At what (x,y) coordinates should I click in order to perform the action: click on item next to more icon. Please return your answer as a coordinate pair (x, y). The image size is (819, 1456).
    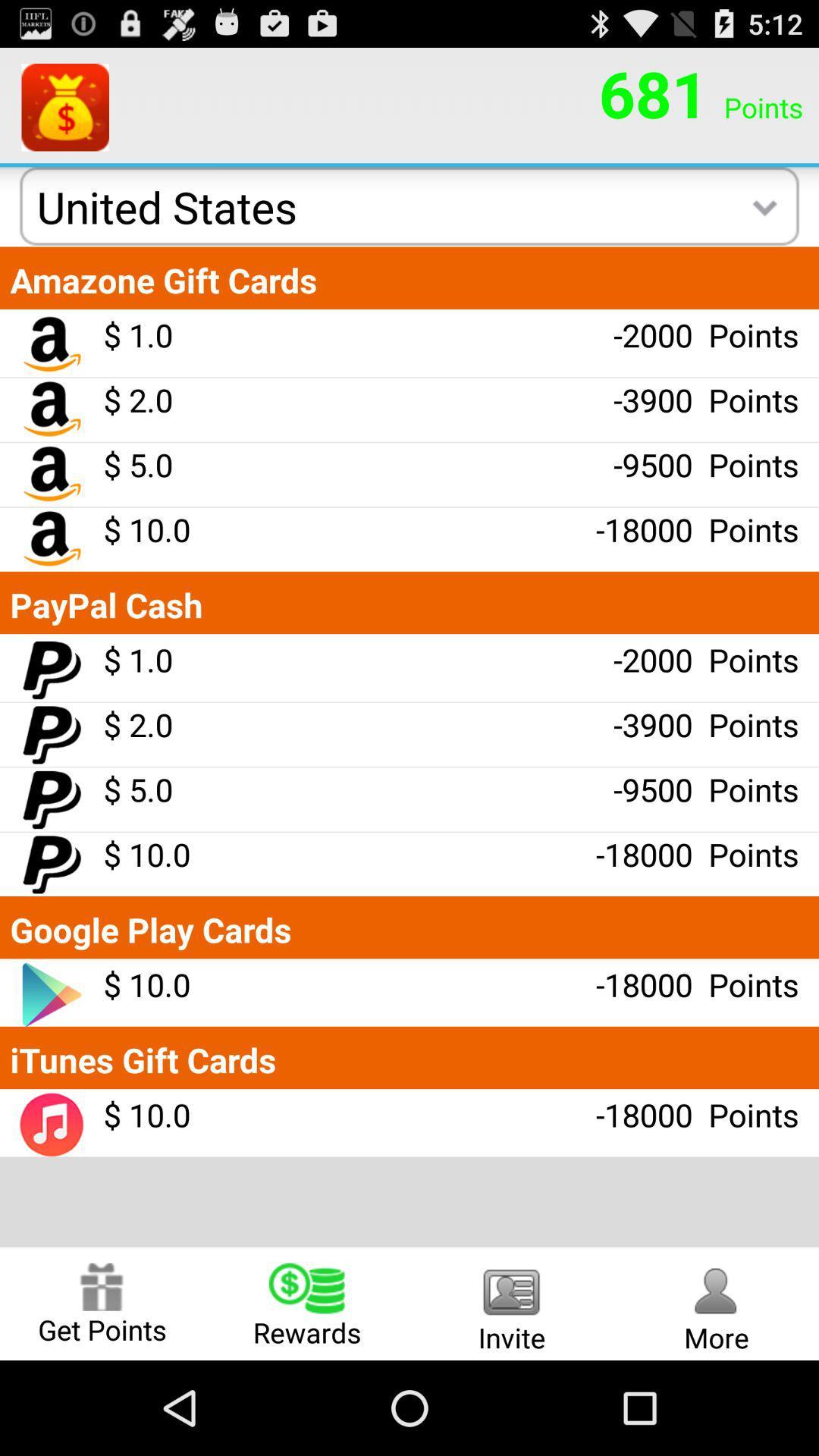
    Looking at the image, I should click on (512, 1303).